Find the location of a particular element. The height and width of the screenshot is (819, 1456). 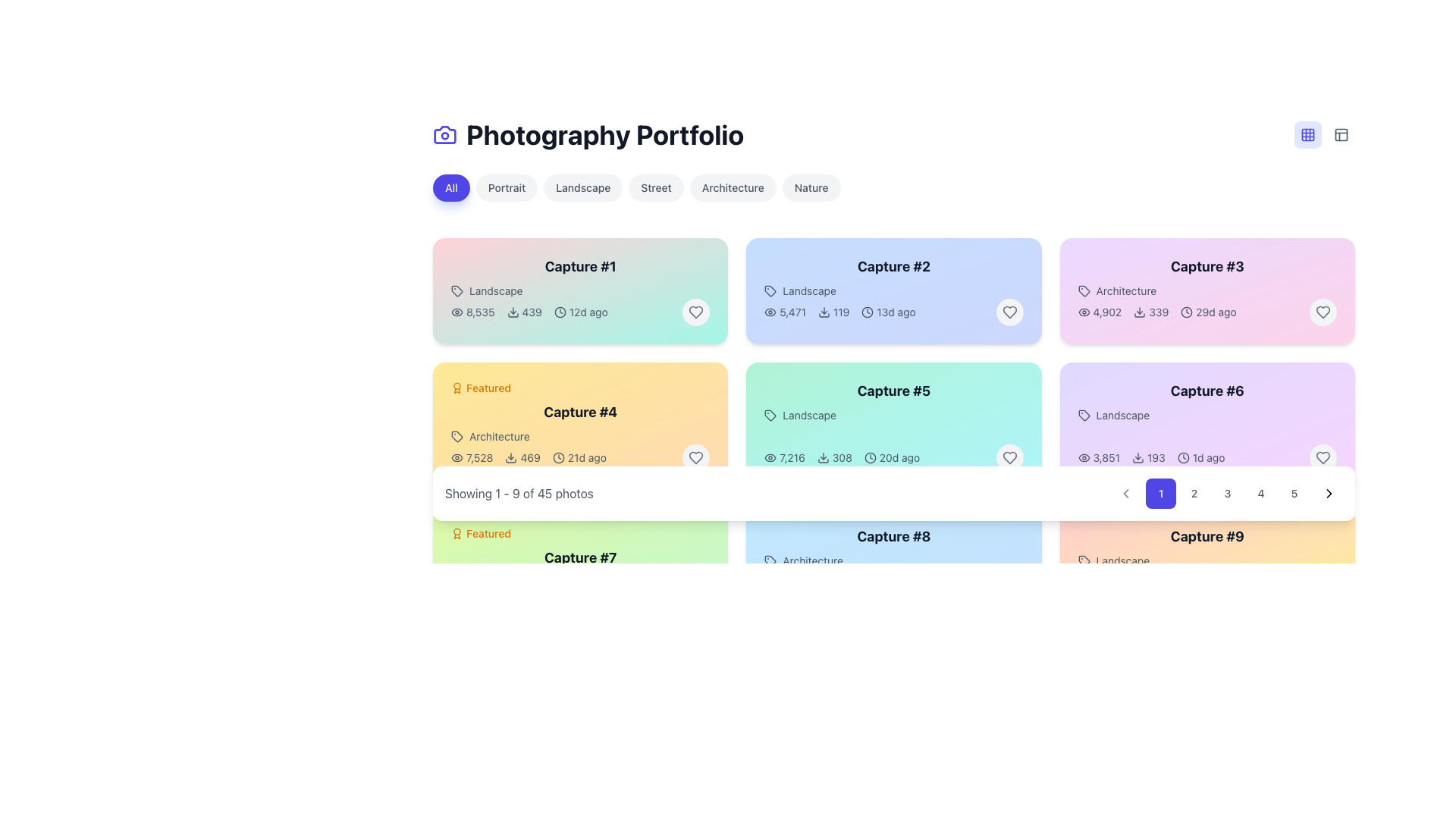

the maximize button located in the top-right corner of the 'Capture #4' card in the Photography Portfolio interface is located at coordinates (701, 388).